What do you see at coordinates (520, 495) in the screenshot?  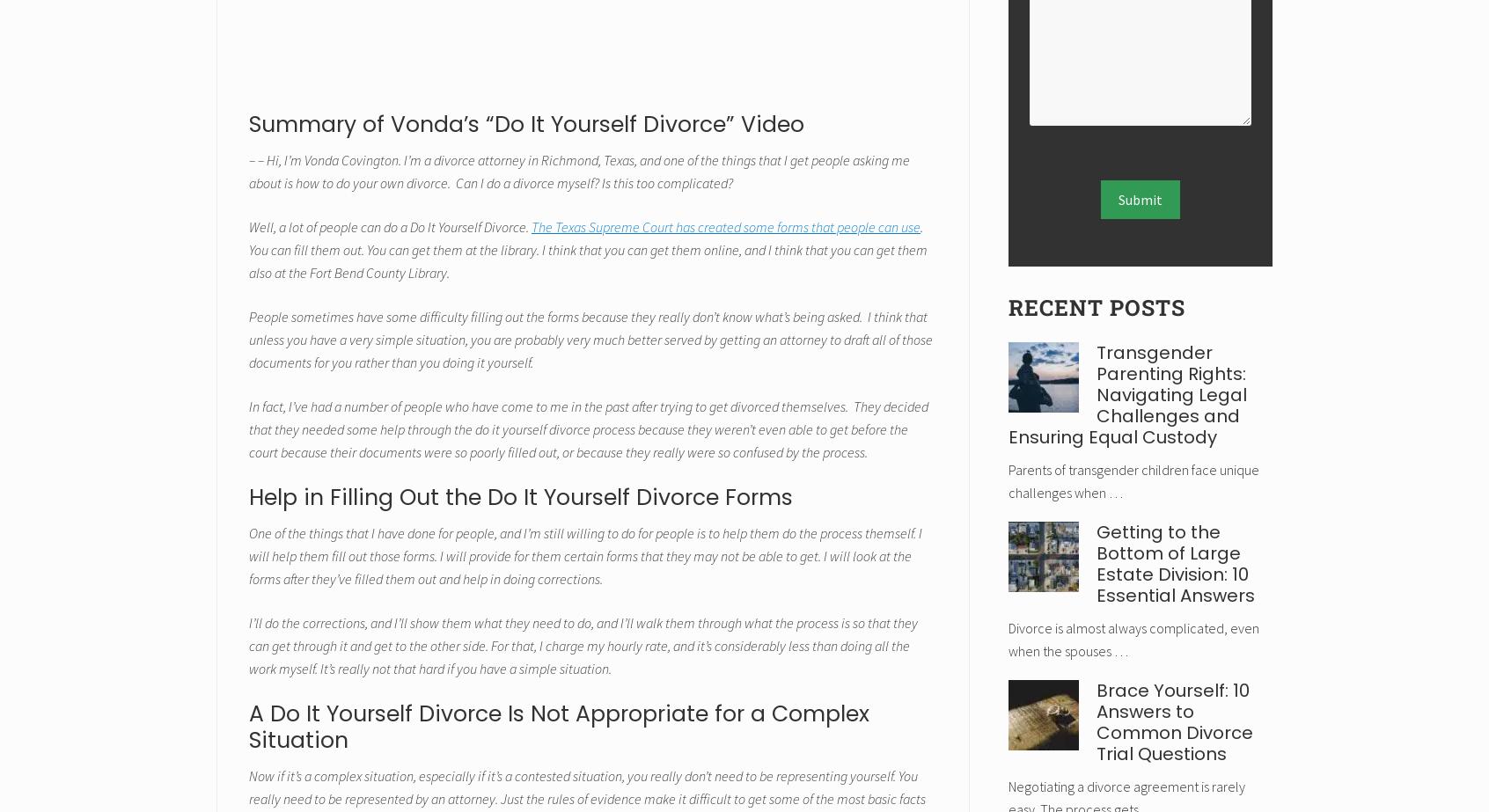 I see `'Help in Filling Out the Do It Yourself Divorce Forms'` at bounding box center [520, 495].